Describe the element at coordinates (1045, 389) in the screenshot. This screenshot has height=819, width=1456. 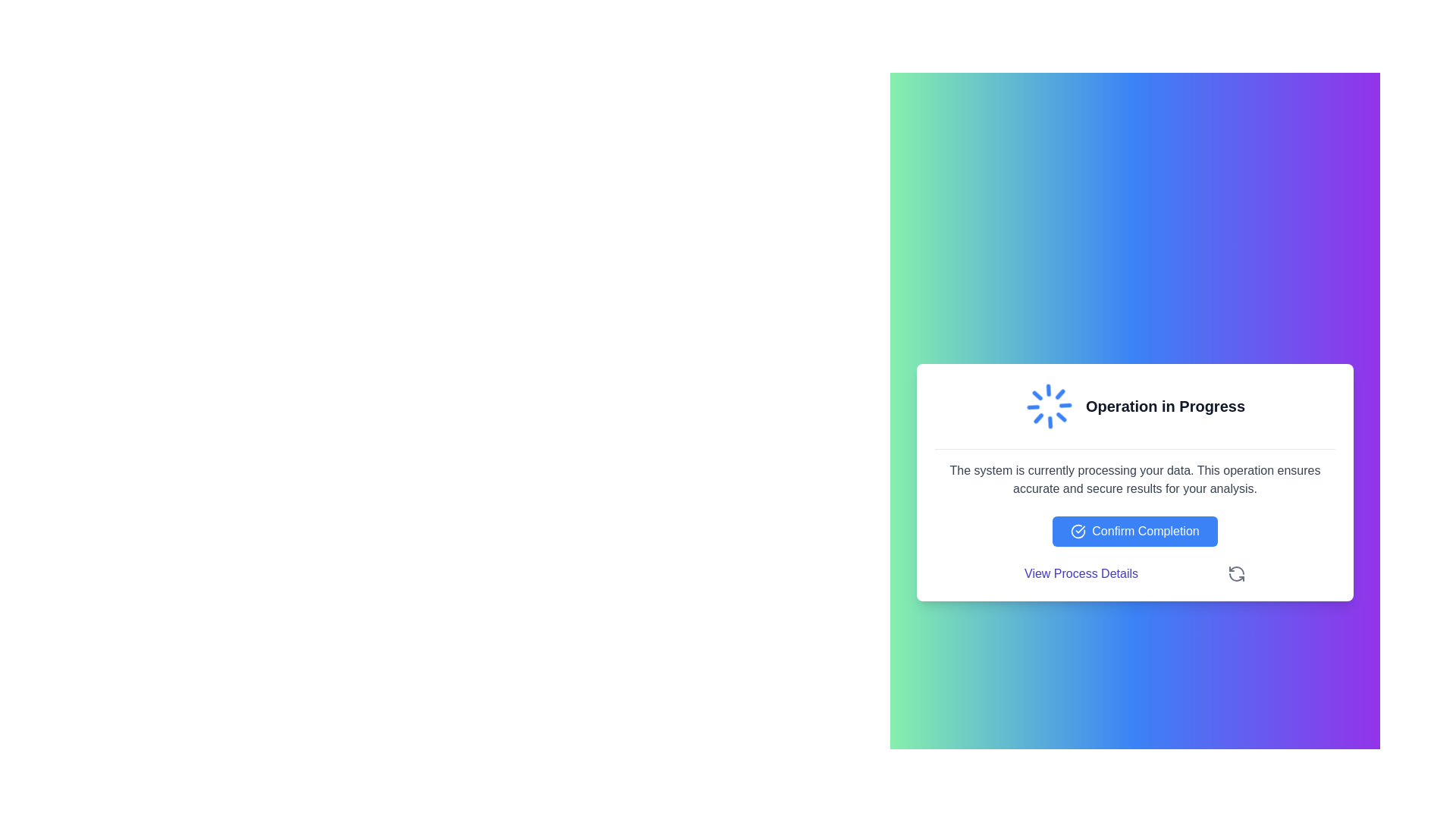
I see `the fifth segment of the blue loading spinner within the modal window titled 'Operation in Progress'` at that location.